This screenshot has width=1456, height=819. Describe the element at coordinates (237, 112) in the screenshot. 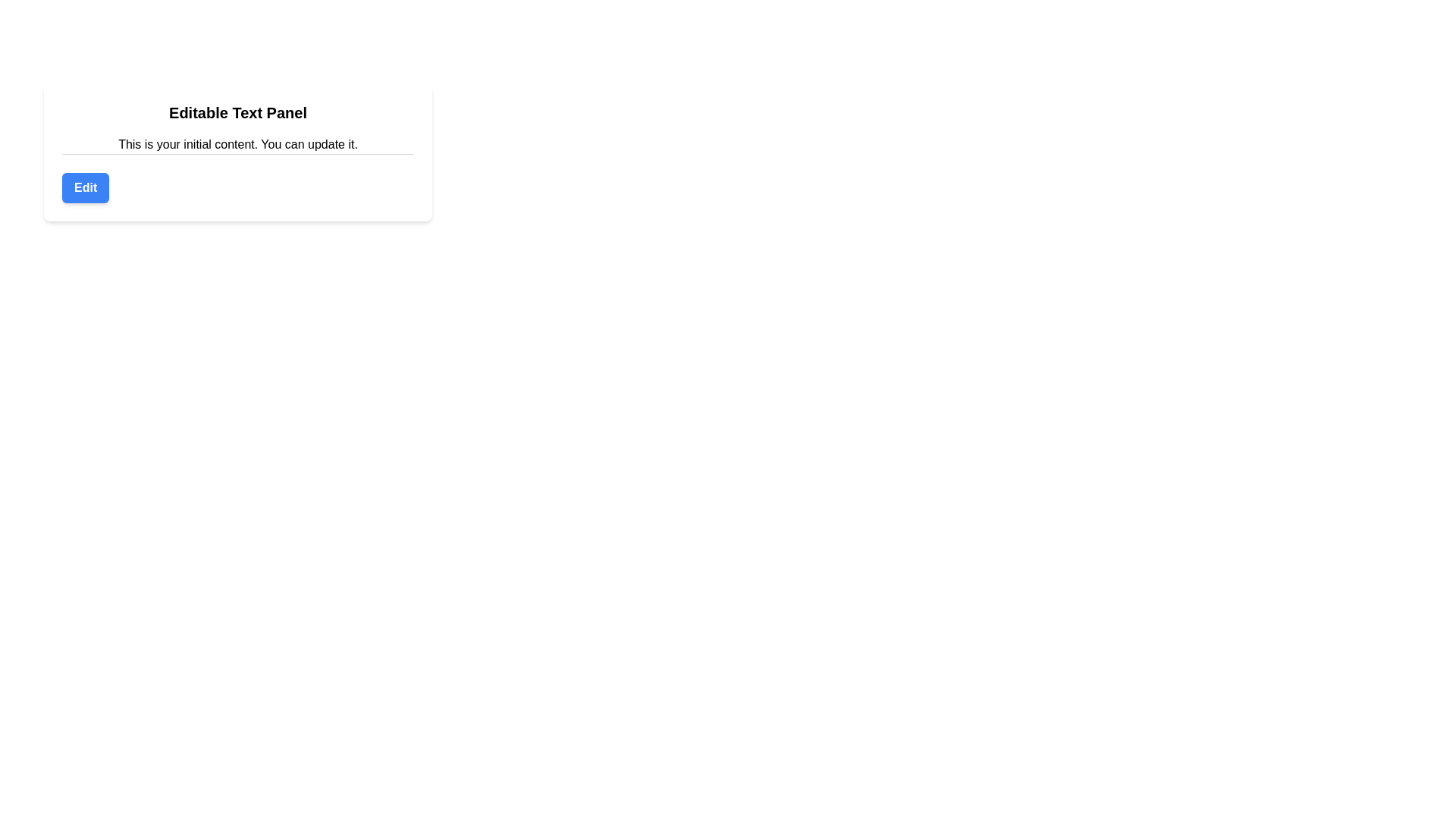

I see `the text label that serves as a title or heading for the associated panel, which indicates the panel's purpose with the text 'This is your initial content. You can update it.'` at that location.